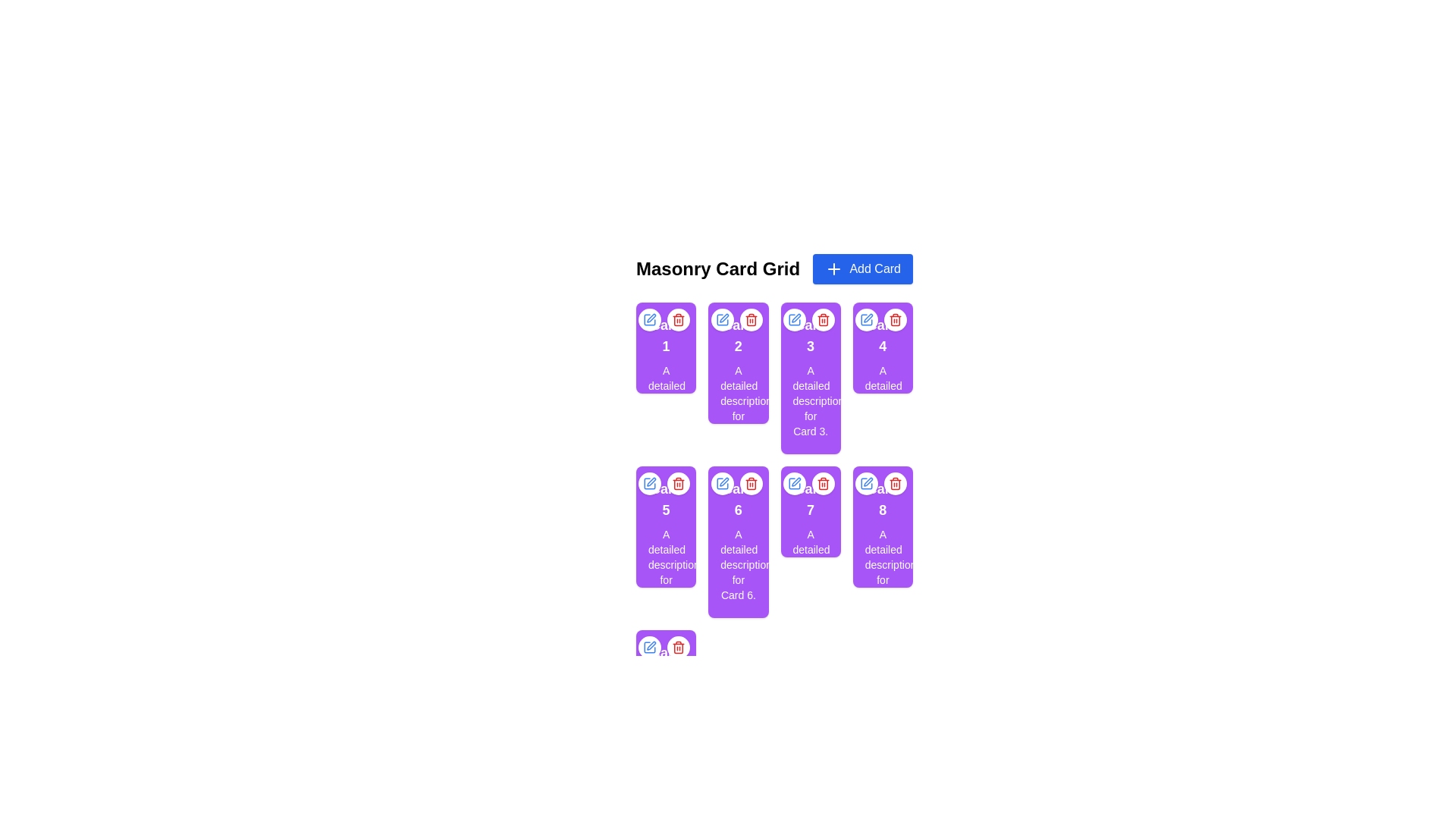 This screenshot has width=1456, height=819. What do you see at coordinates (895, 483) in the screenshot?
I see `the trash can icon located at the top-right corner of the card` at bounding box center [895, 483].